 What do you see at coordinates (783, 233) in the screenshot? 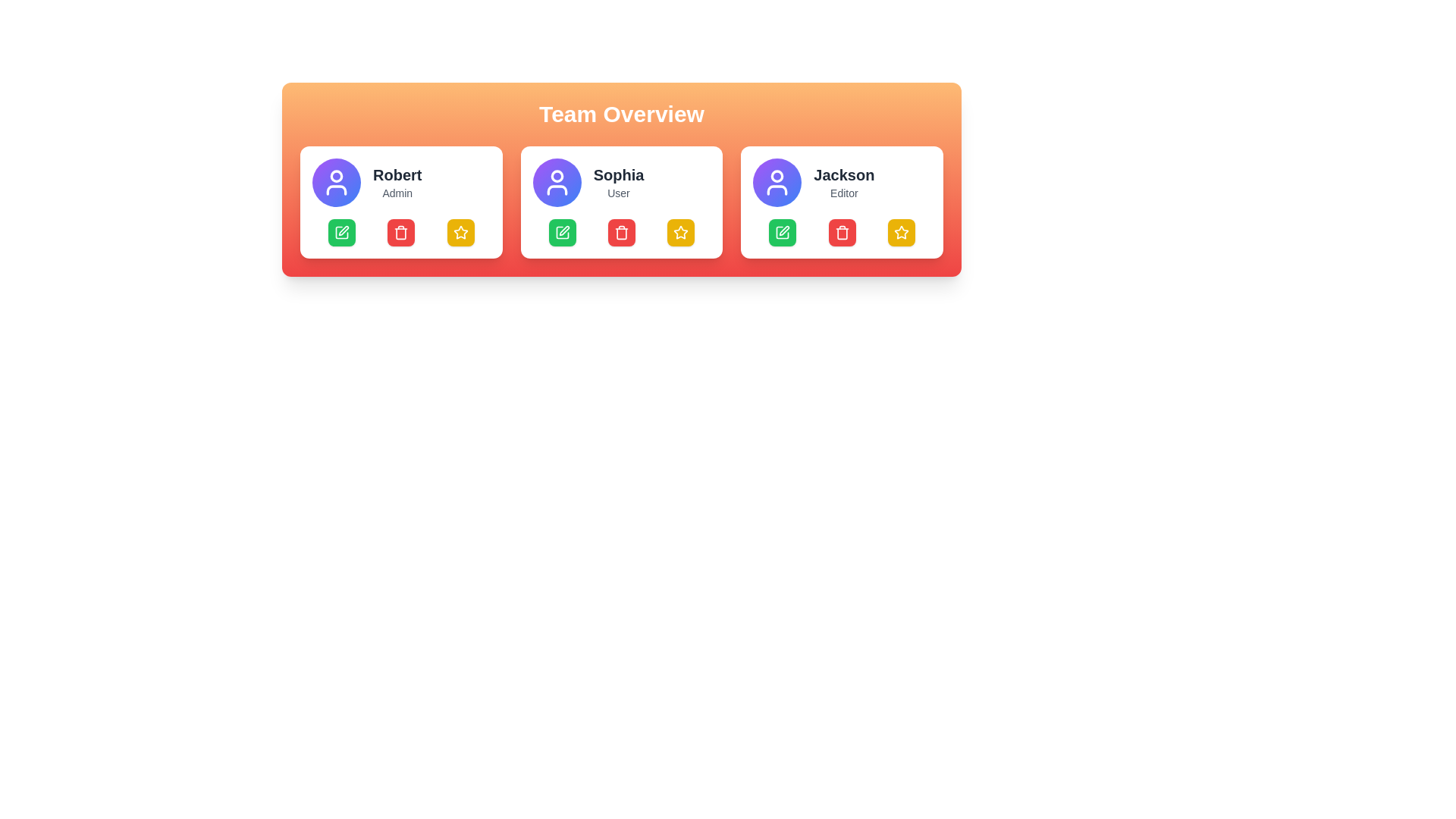
I see `the edit button for 'Jackson', which is located at the lower section of the third card and features a pen icon, to observe its color change` at bounding box center [783, 233].